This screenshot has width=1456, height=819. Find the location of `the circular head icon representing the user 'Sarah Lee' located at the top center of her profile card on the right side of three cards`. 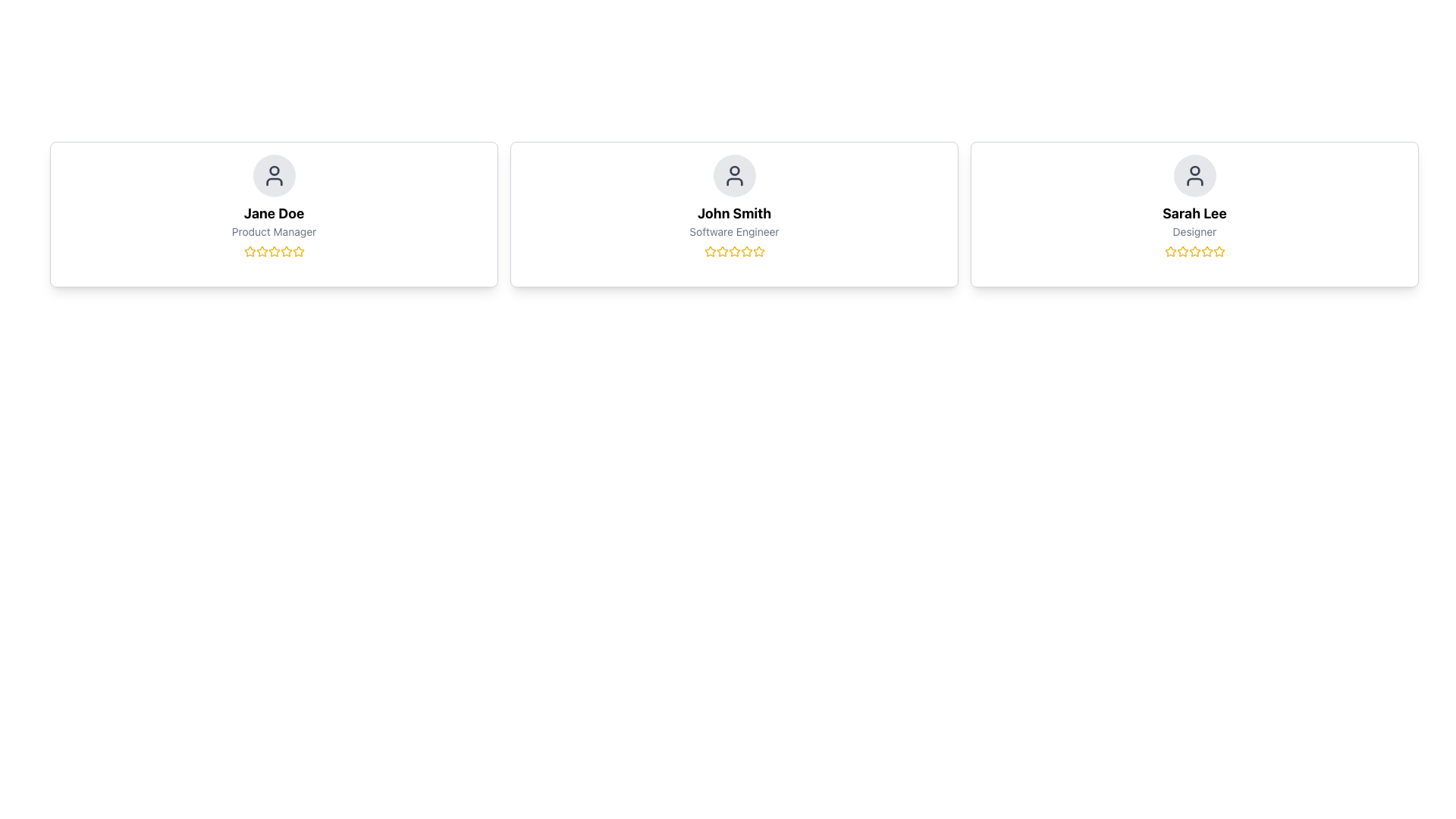

the circular head icon representing the user 'Sarah Lee' located at the top center of her profile card on the right side of three cards is located at coordinates (1194, 171).